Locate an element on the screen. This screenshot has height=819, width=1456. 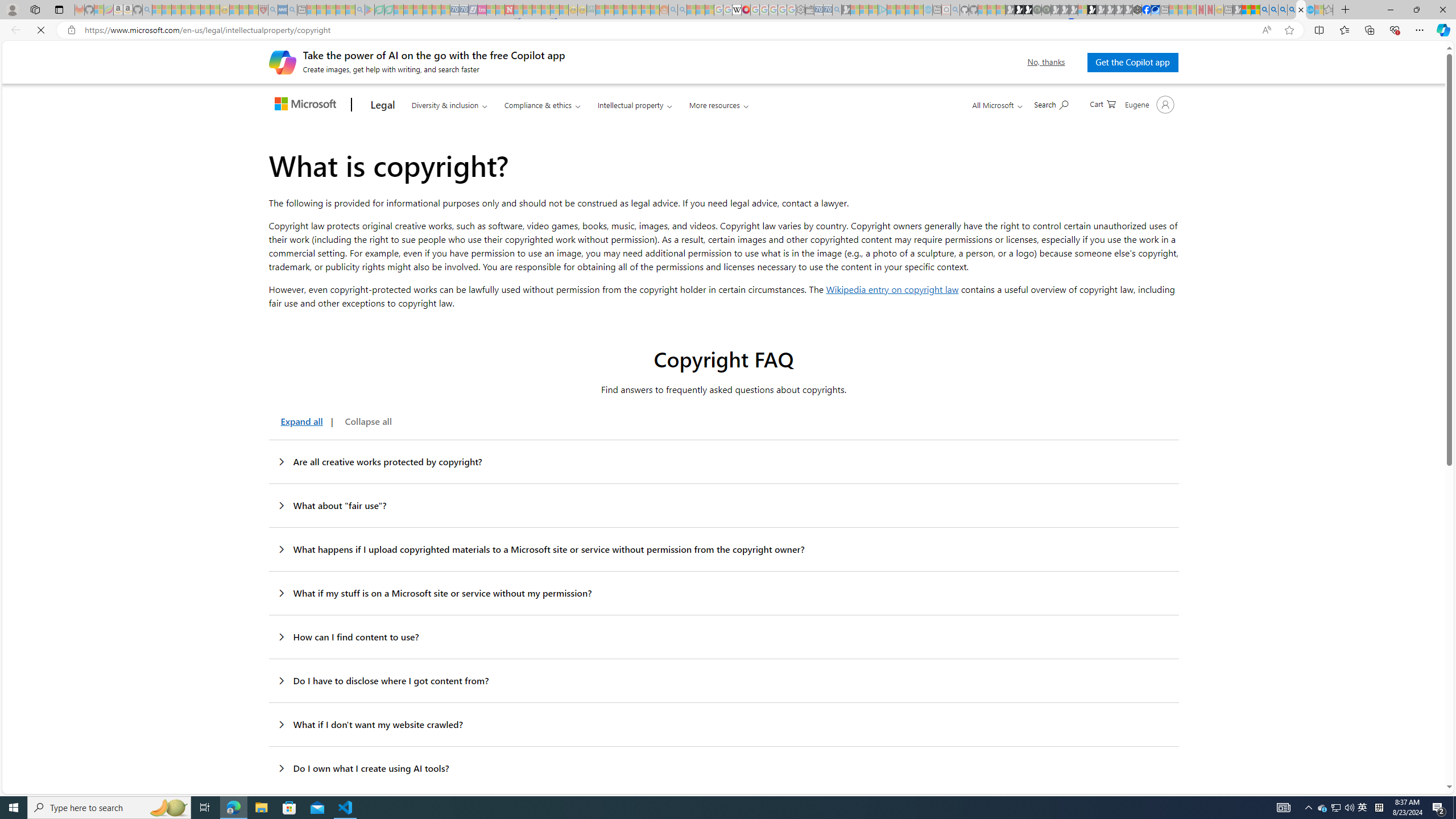
'Account manager for Eugene' is located at coordinates (1148, 104).